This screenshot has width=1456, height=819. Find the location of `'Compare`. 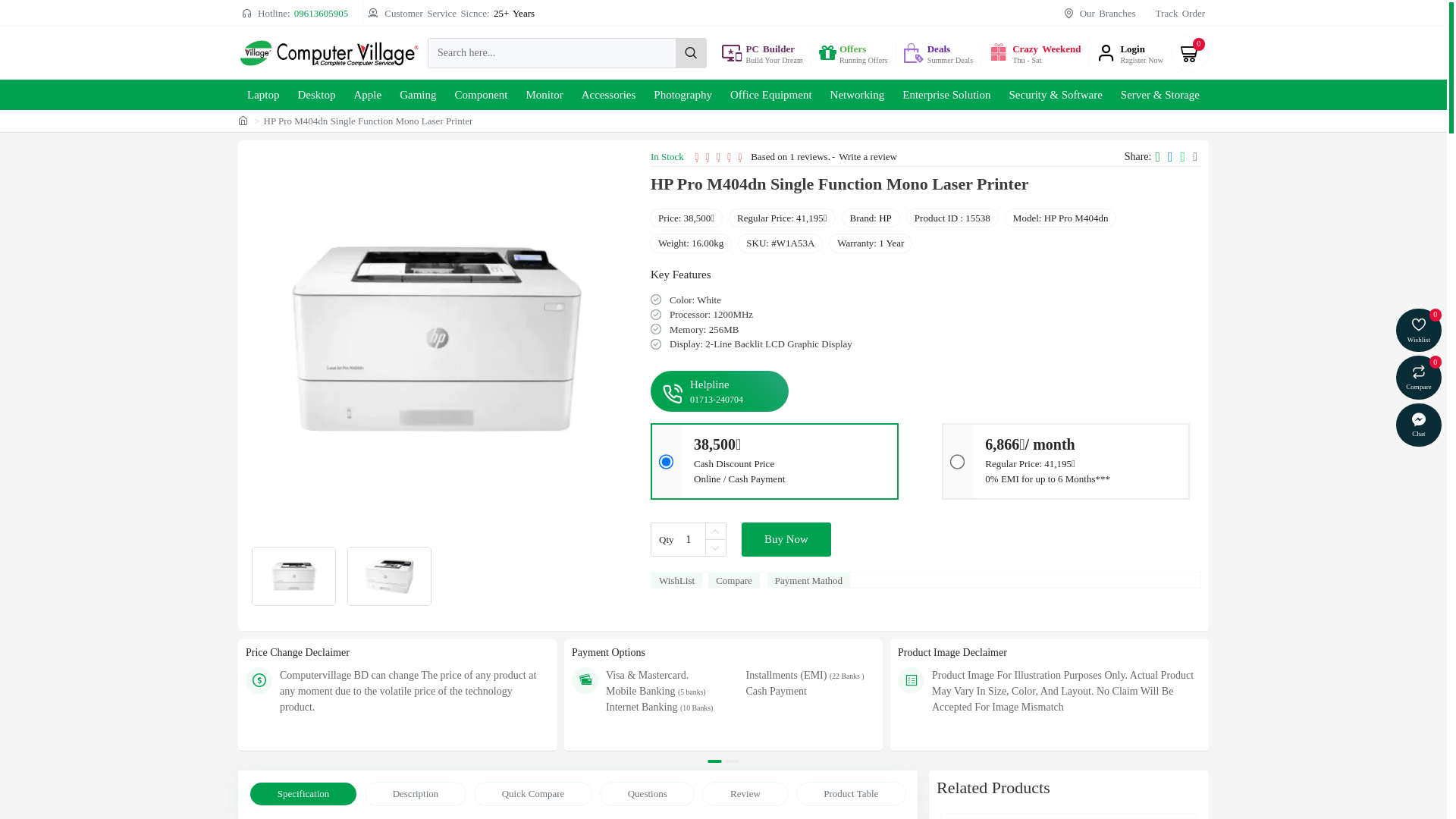

'Compare is located at coordinates (1395, 376).